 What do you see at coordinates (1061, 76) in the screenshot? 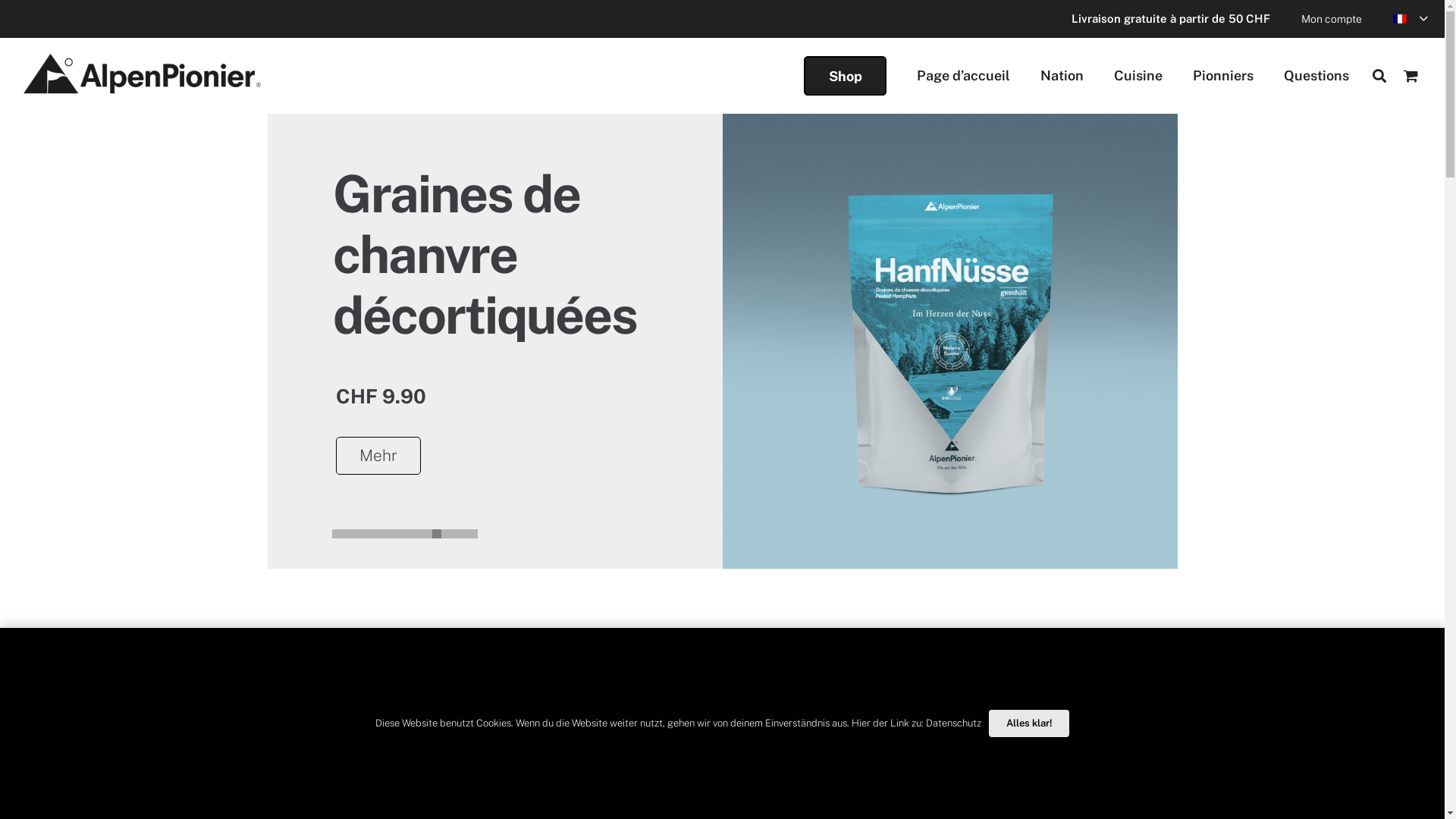
I see `'Nation'` at bounding box center [1061, 76].